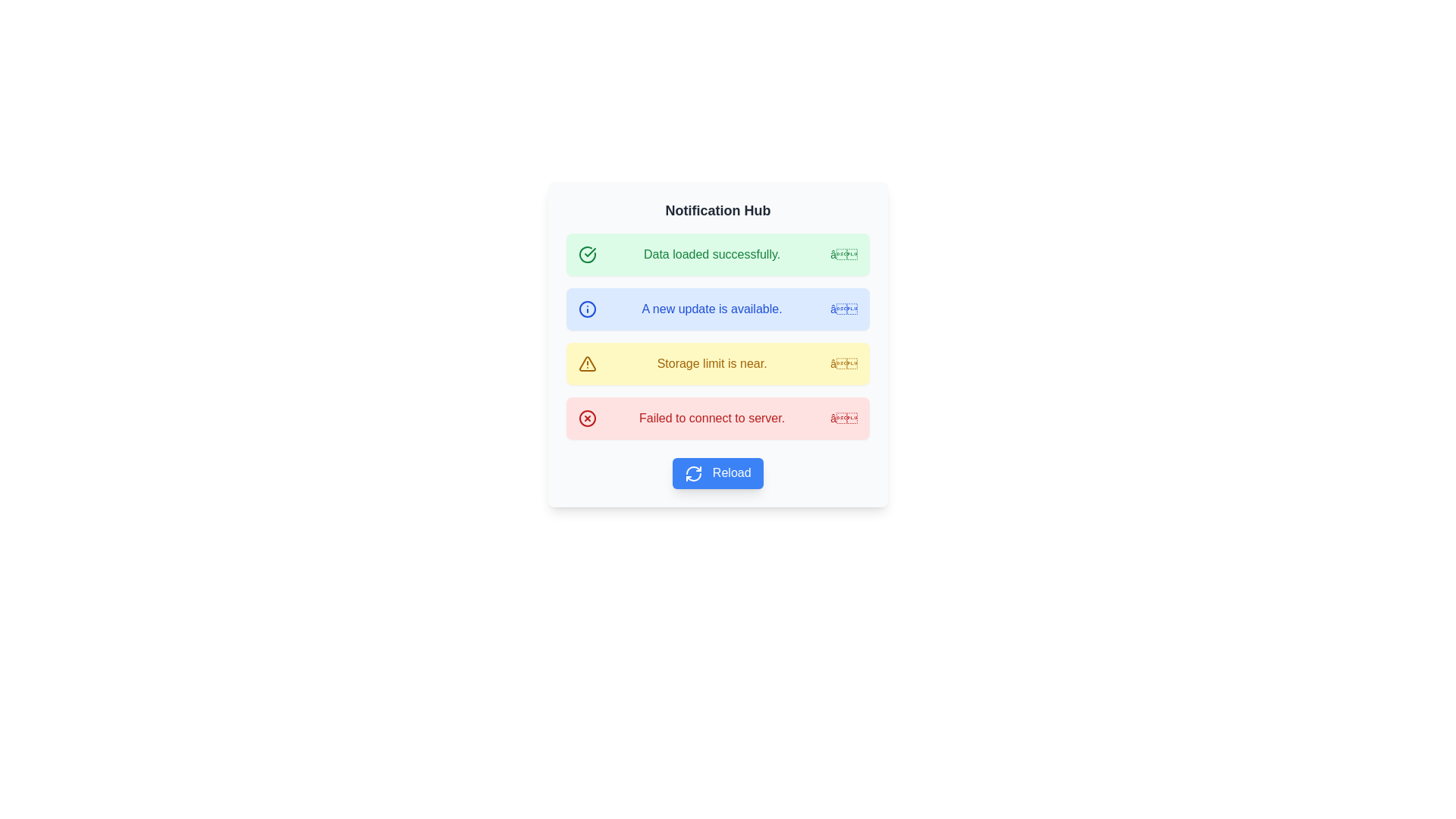 The height and width of the screenshot is (819, 1456). I want to click on the circular green icon with a checkmark inside, which represents success, located to the left of the text 'Data loaded successfully.', so click(586, 253).